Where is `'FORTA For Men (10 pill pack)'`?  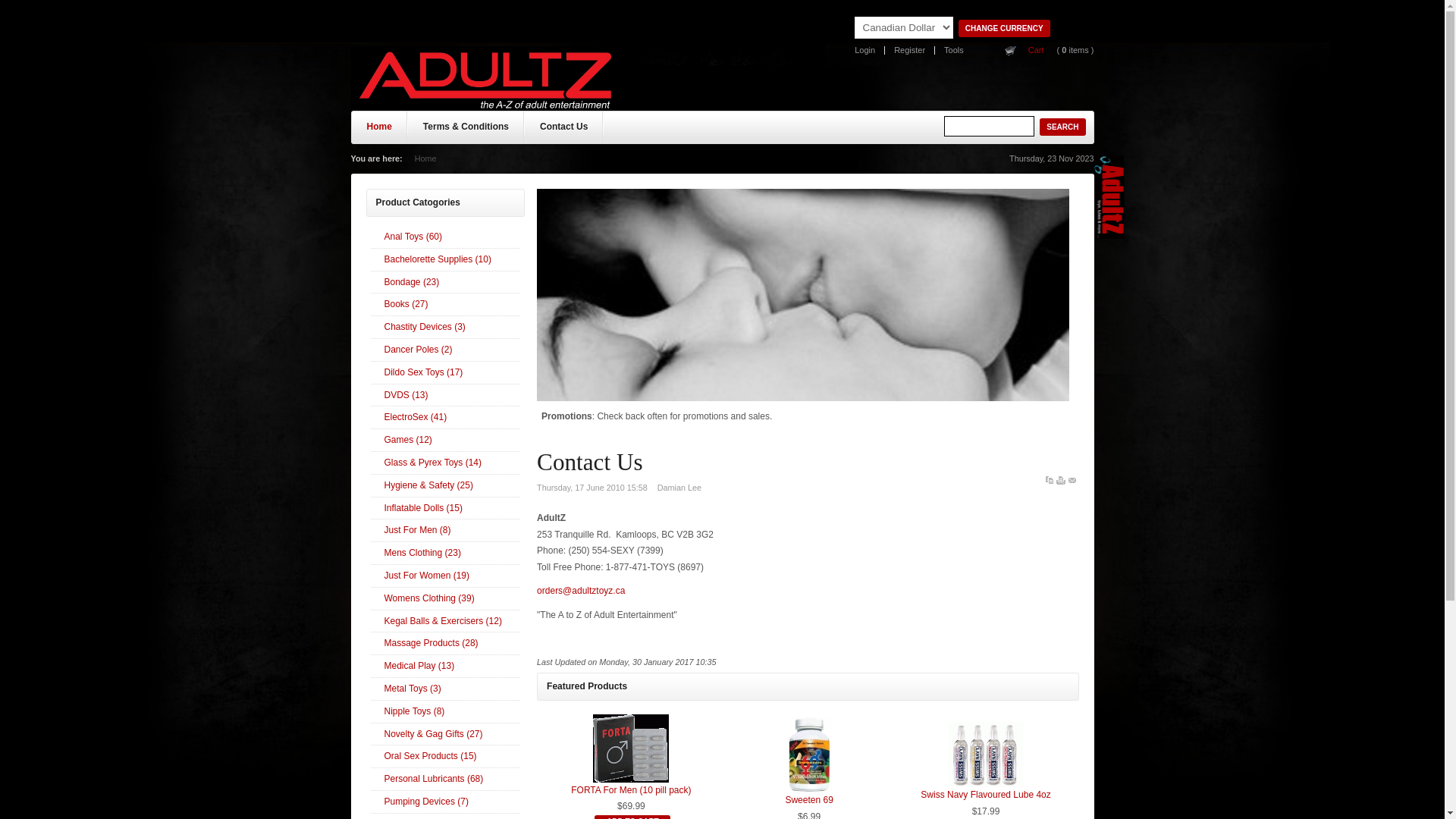 'FORTA For Men (10 pill pack)' is located at coordinates (630, 789).